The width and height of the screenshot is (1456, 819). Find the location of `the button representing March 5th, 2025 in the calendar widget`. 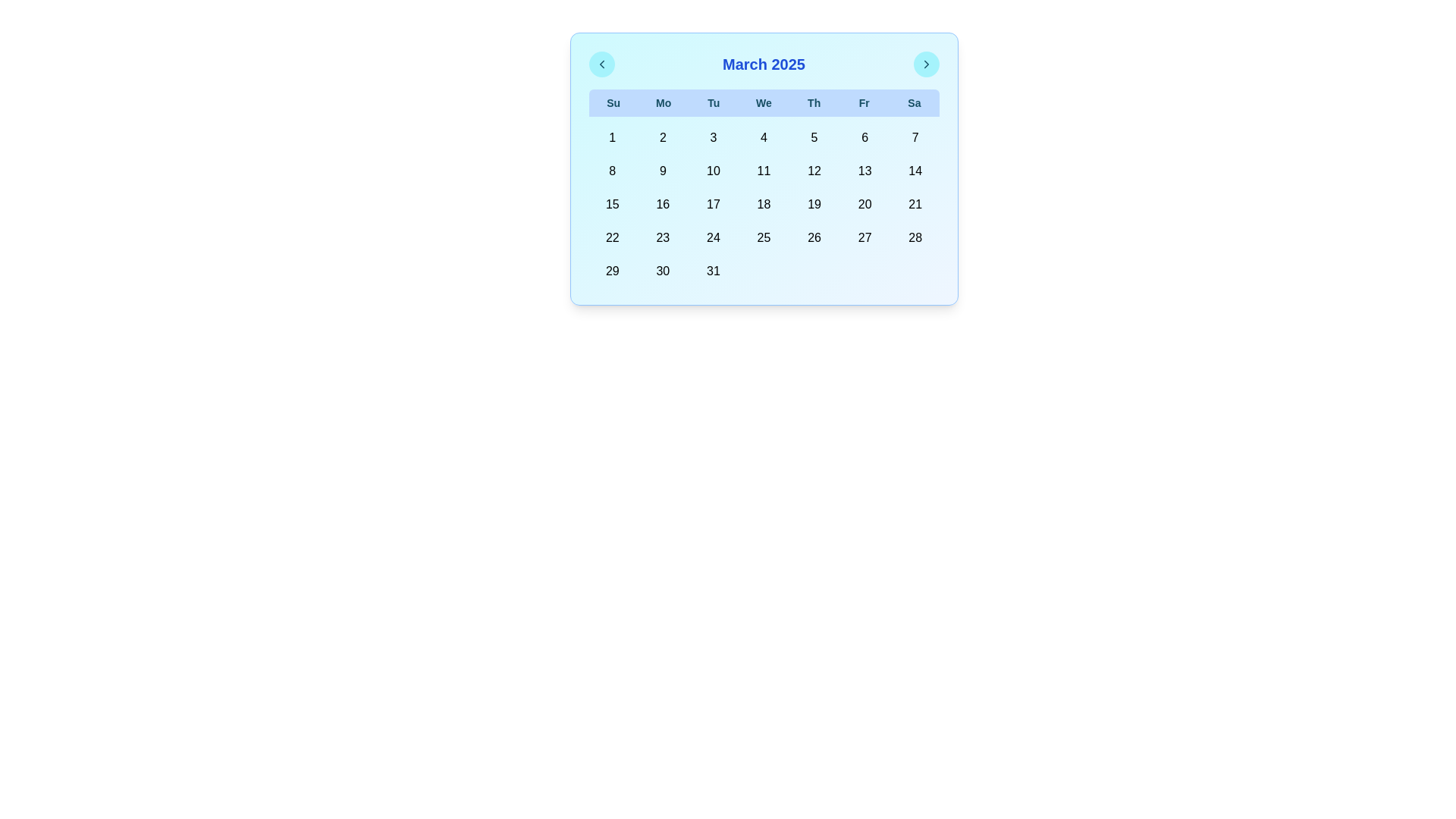

the button representing March 5th, 2025 in the calendar widget is located at coordinates (814, 137).